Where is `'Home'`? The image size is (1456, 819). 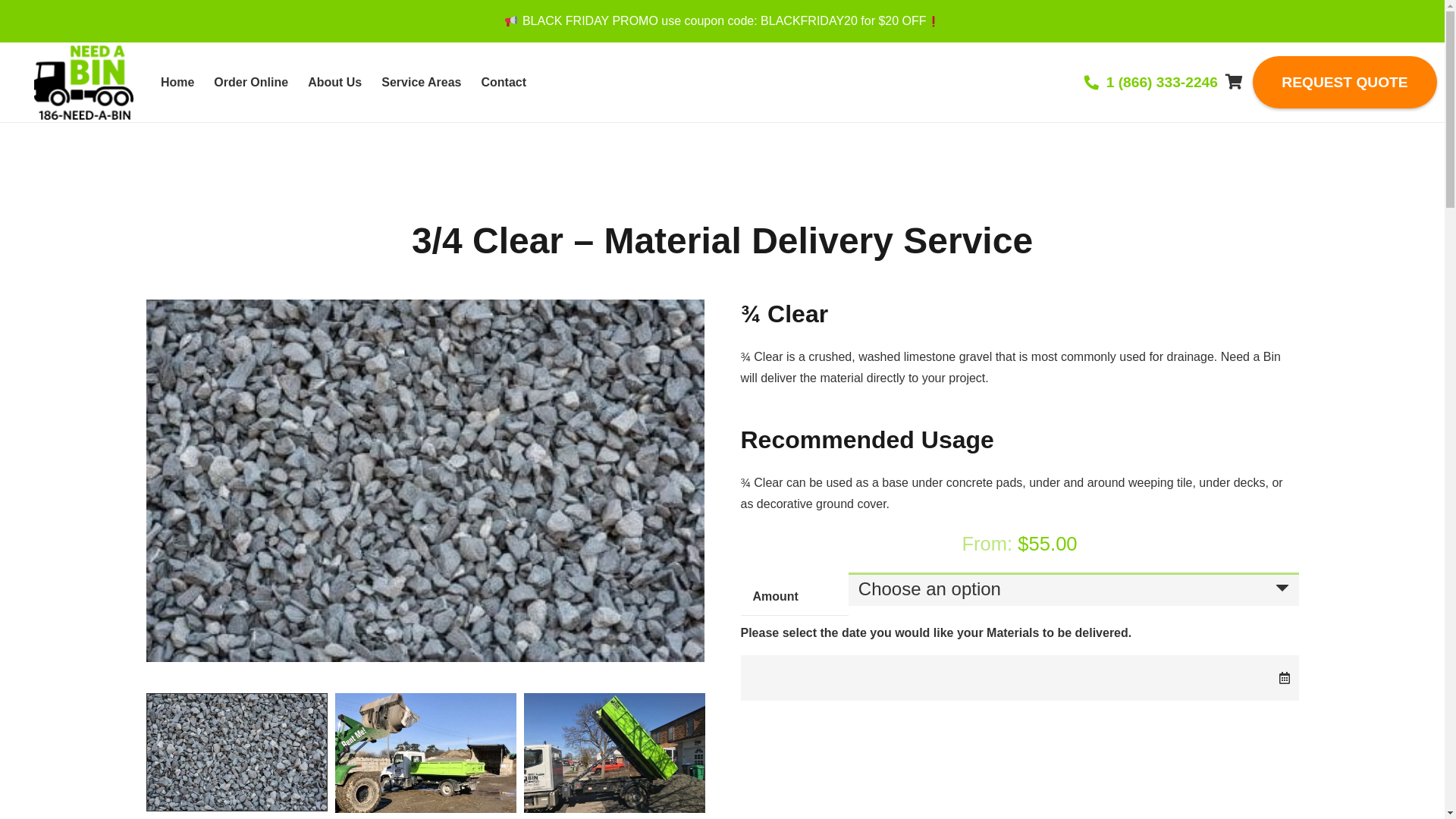 'Home' is located at coordinates (177, 82).